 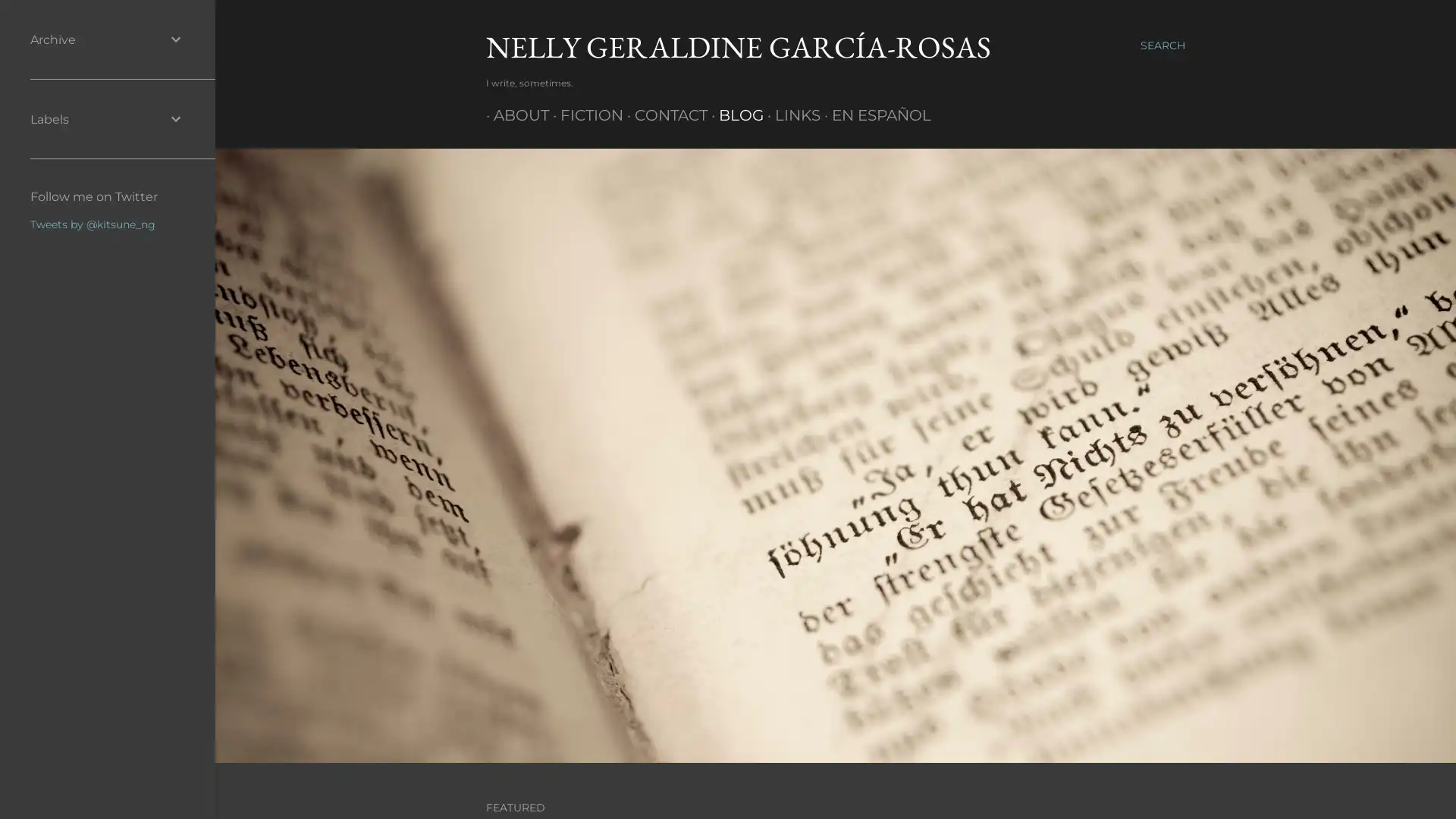 What do you see at coordinates (1162, 45) in the screenshot?
I see `Search` at bounding box center [1162, 45].